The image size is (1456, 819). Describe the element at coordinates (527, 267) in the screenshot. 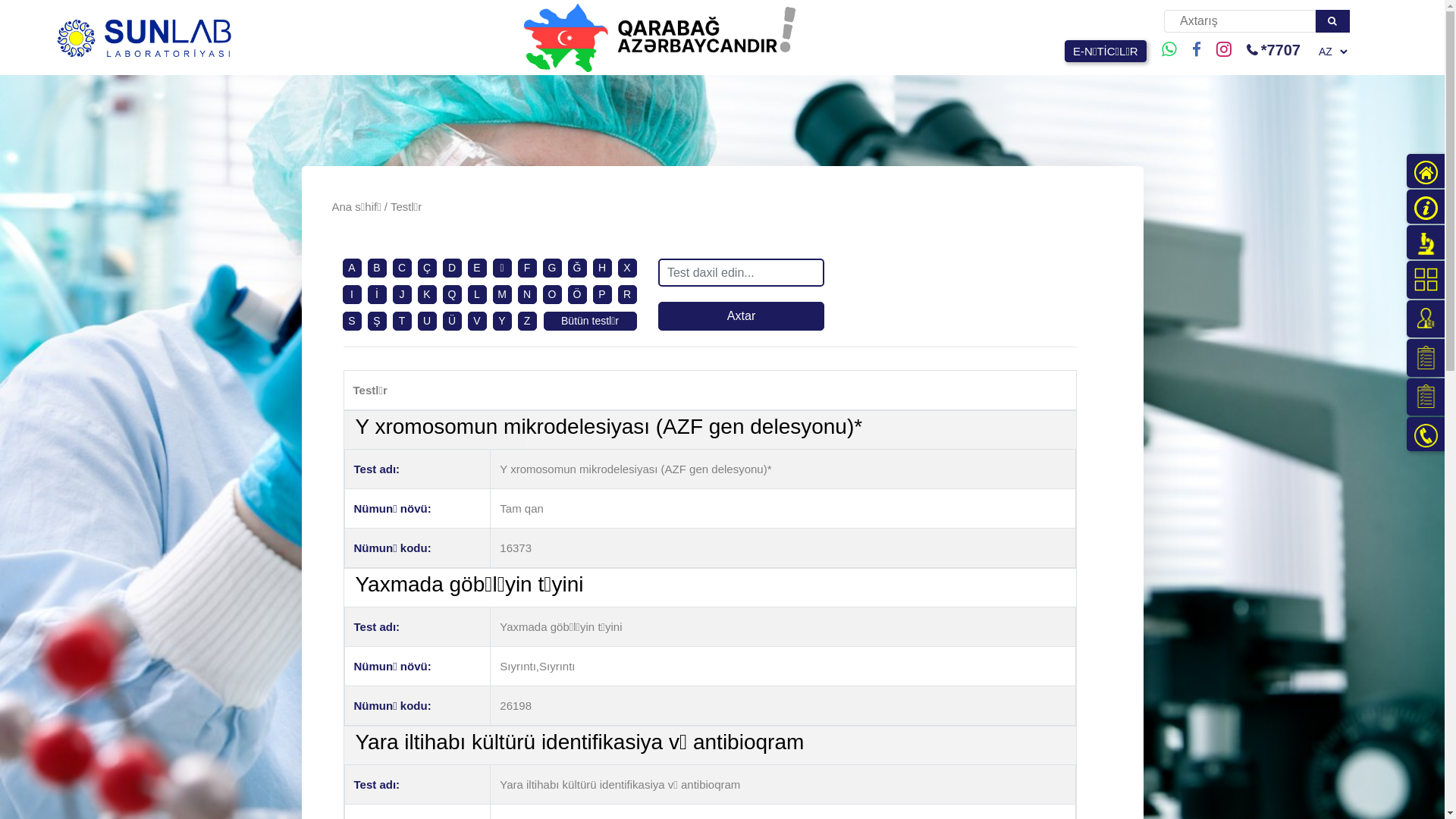

I see `'F'` at that location.